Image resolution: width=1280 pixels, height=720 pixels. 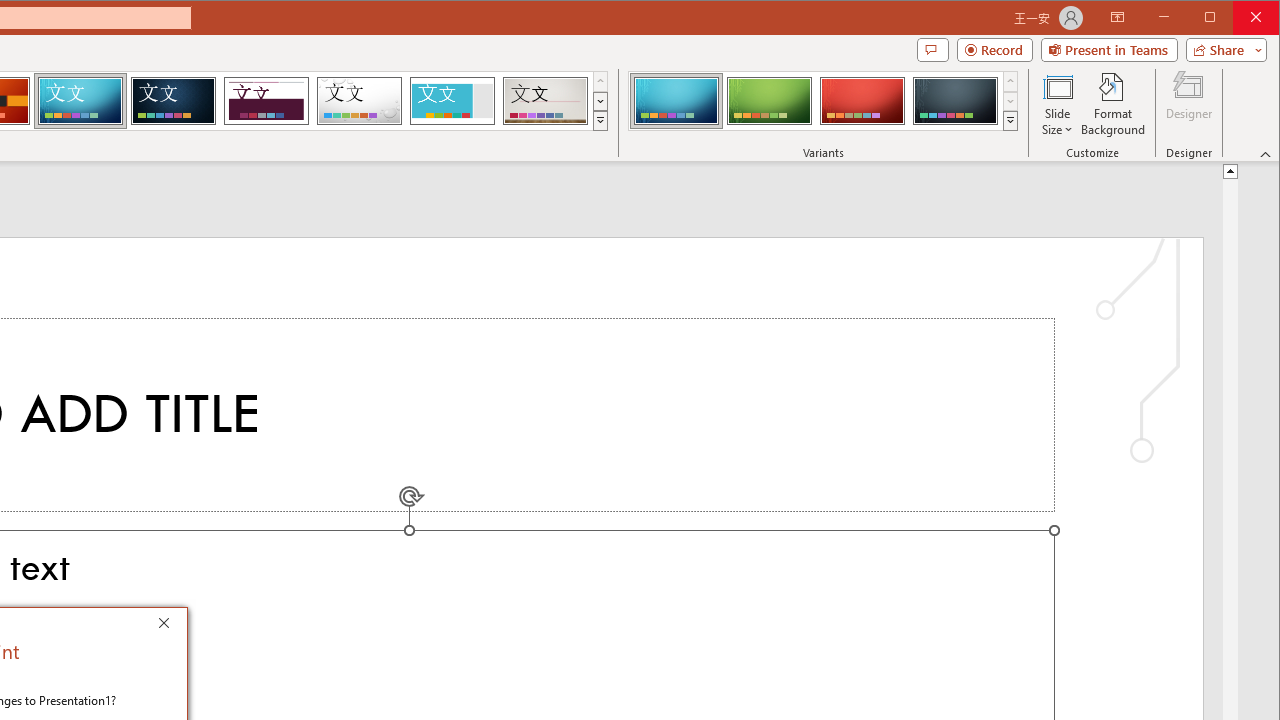 I want to click on 'Circuit Variant 3', so click(x=862, y=100).